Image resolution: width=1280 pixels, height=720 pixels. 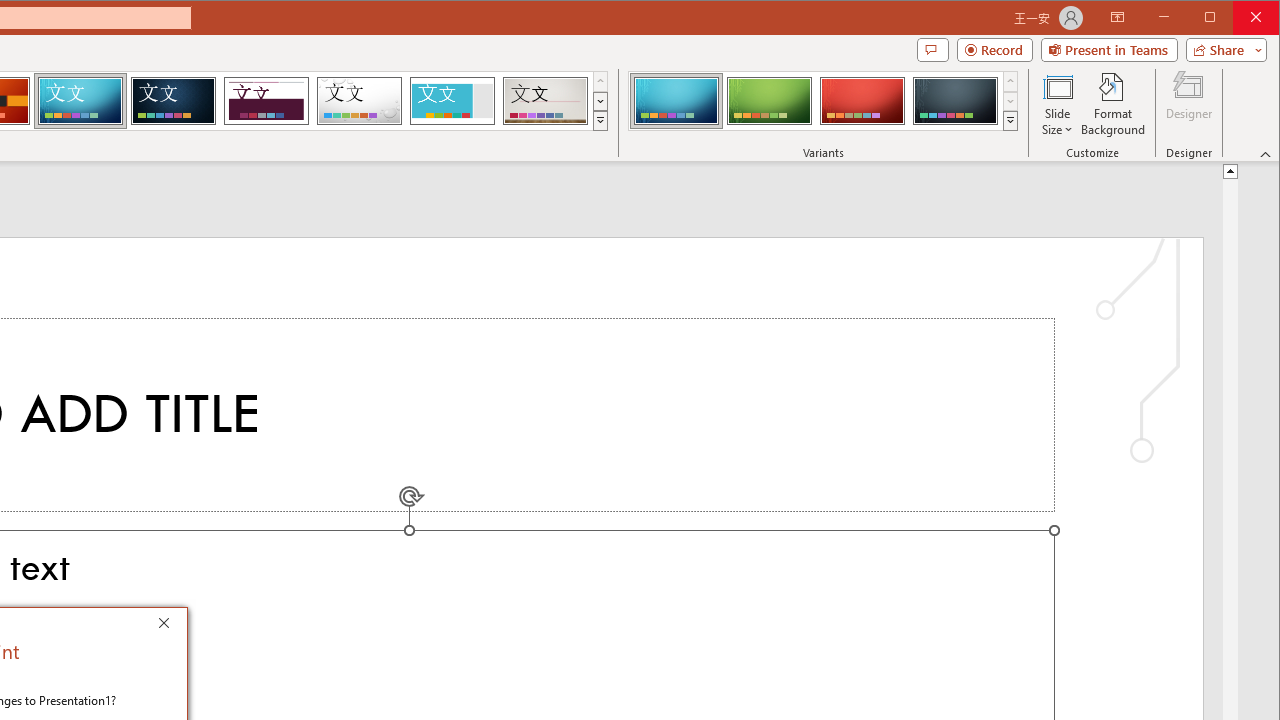 I want to click on 'Circuit Variant 3', so click(x=862, y=100).